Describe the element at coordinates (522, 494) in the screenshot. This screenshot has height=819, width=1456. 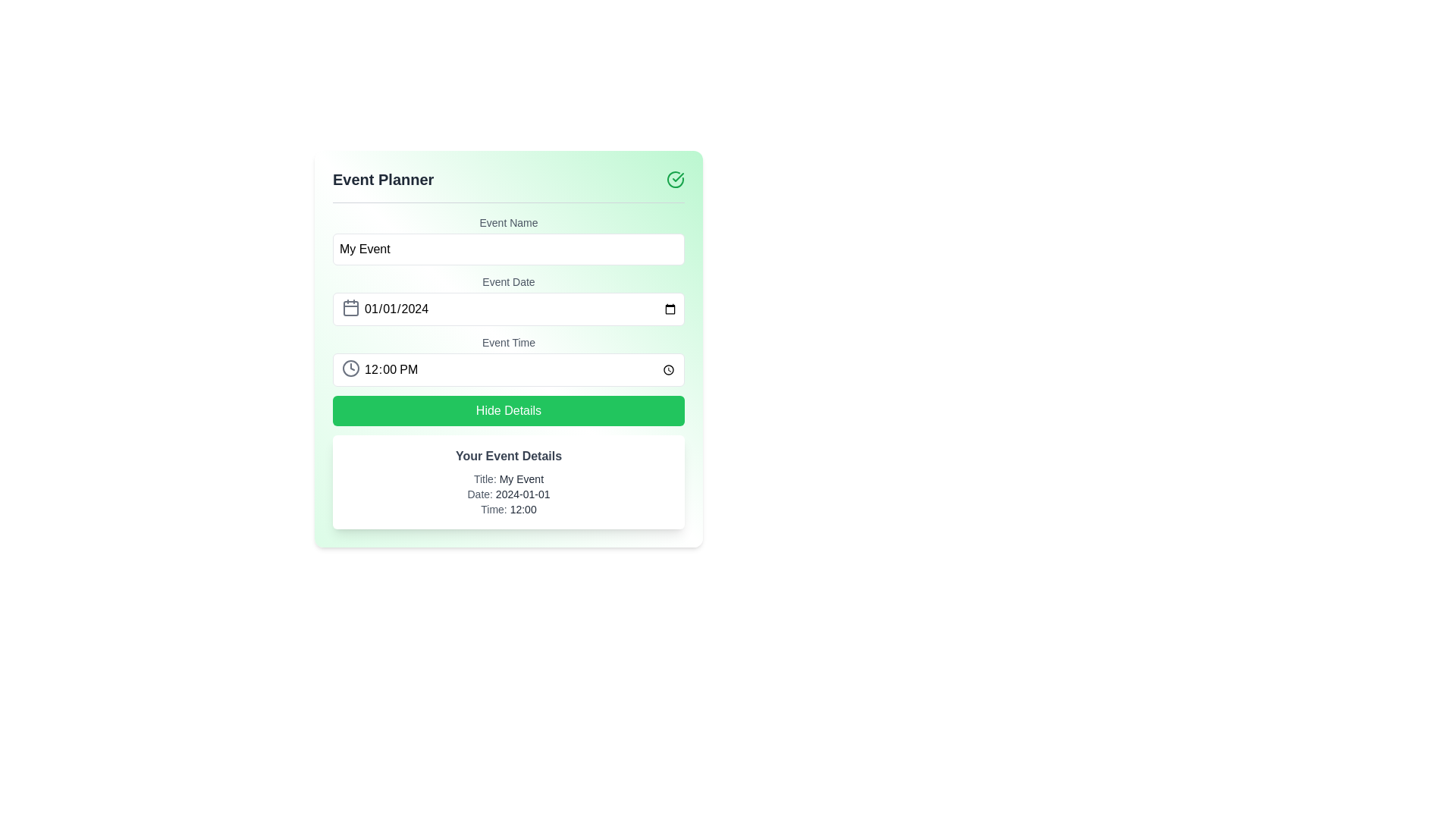
I see `the static text element displaying the date '2024-01-01' located in the 'Your Event Details' section, following the label 'Date:'` at that location.